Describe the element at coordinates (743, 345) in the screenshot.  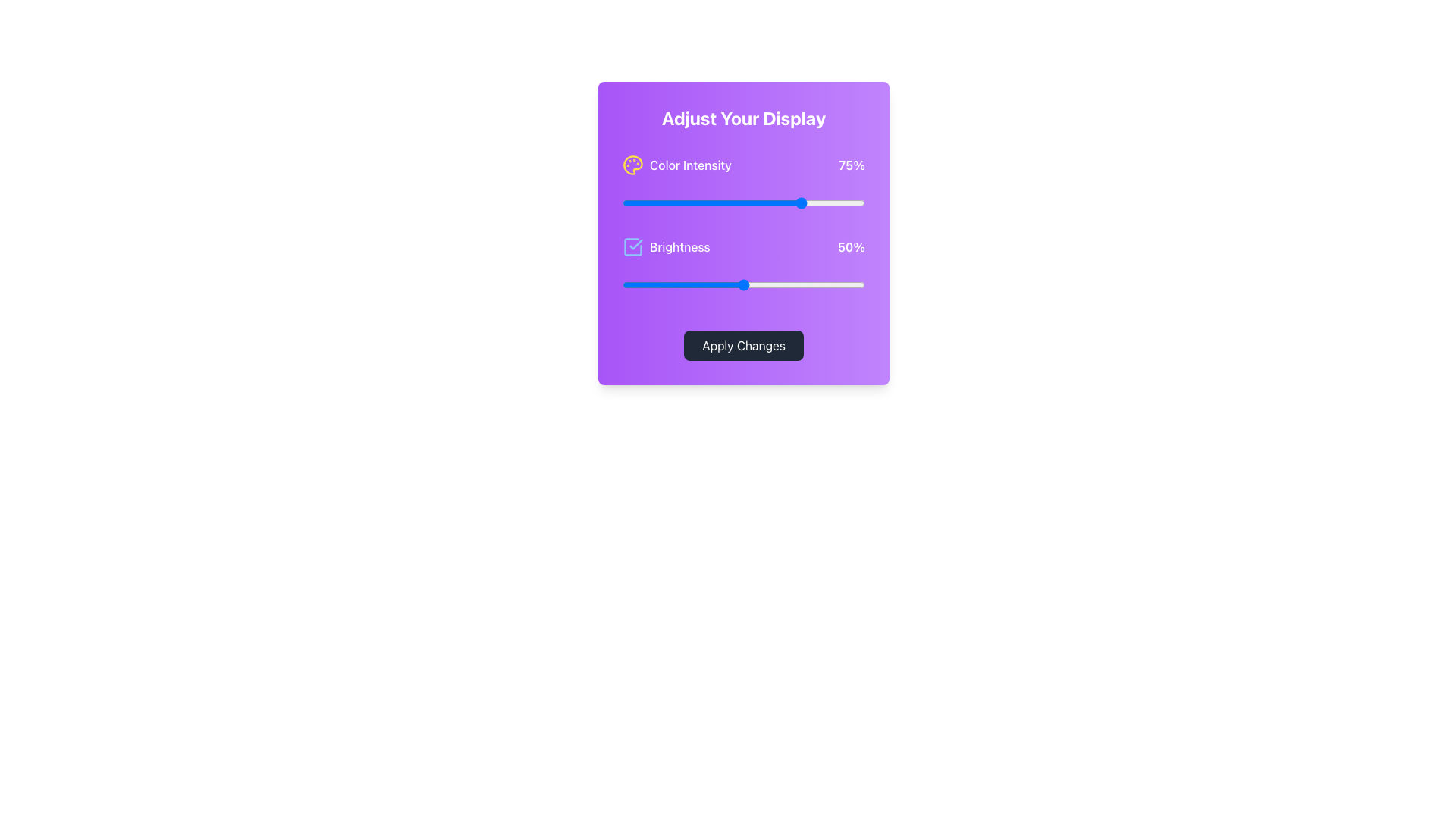
I see `the confirmation button located at the bottom center of the modal panel with a purple gradient background to apply the changes made using the sliders` at that location.